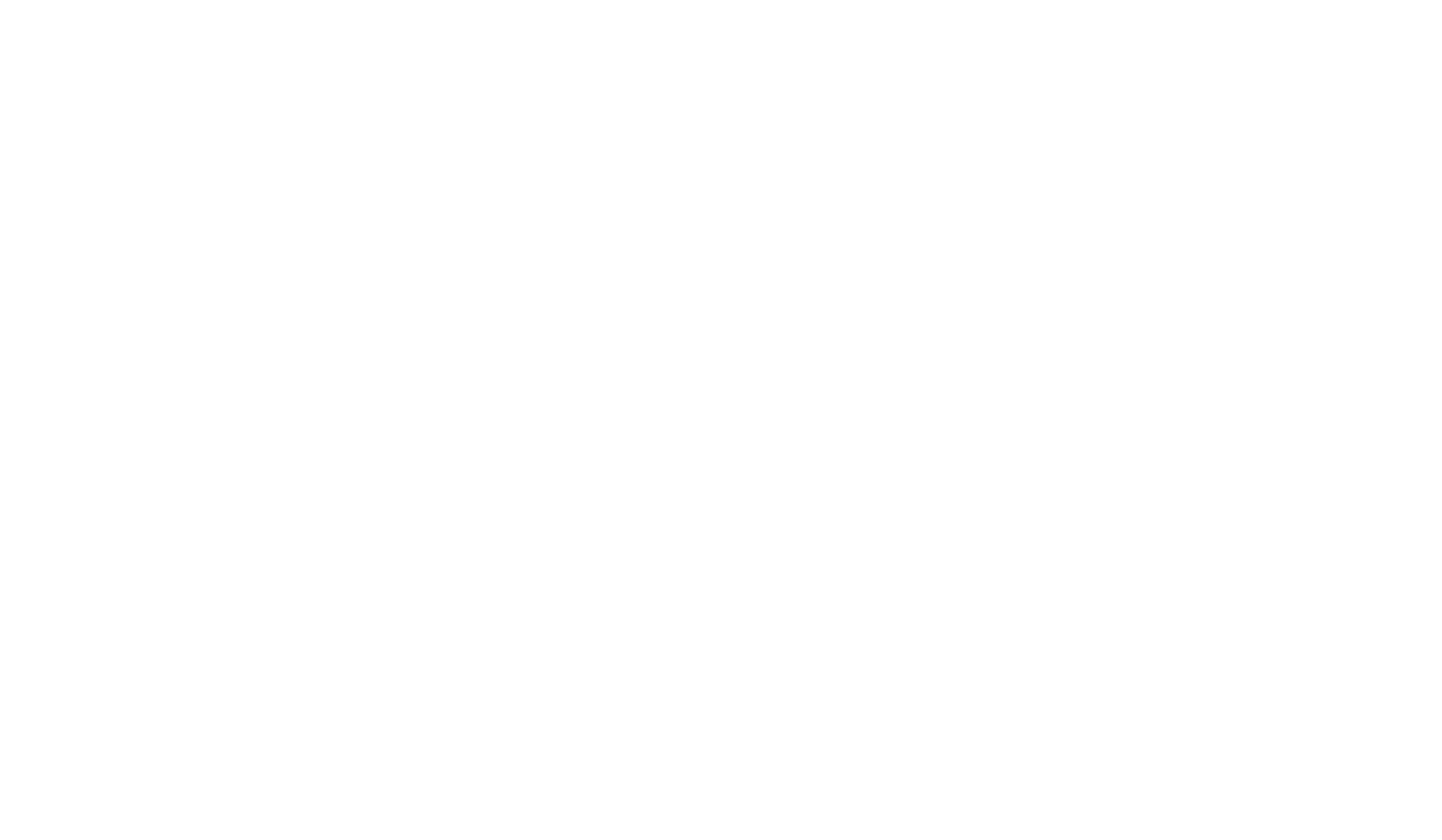 This screenshot has width=1442, height=840. I want to click on 'Take the challenge!', so click(625, 596).